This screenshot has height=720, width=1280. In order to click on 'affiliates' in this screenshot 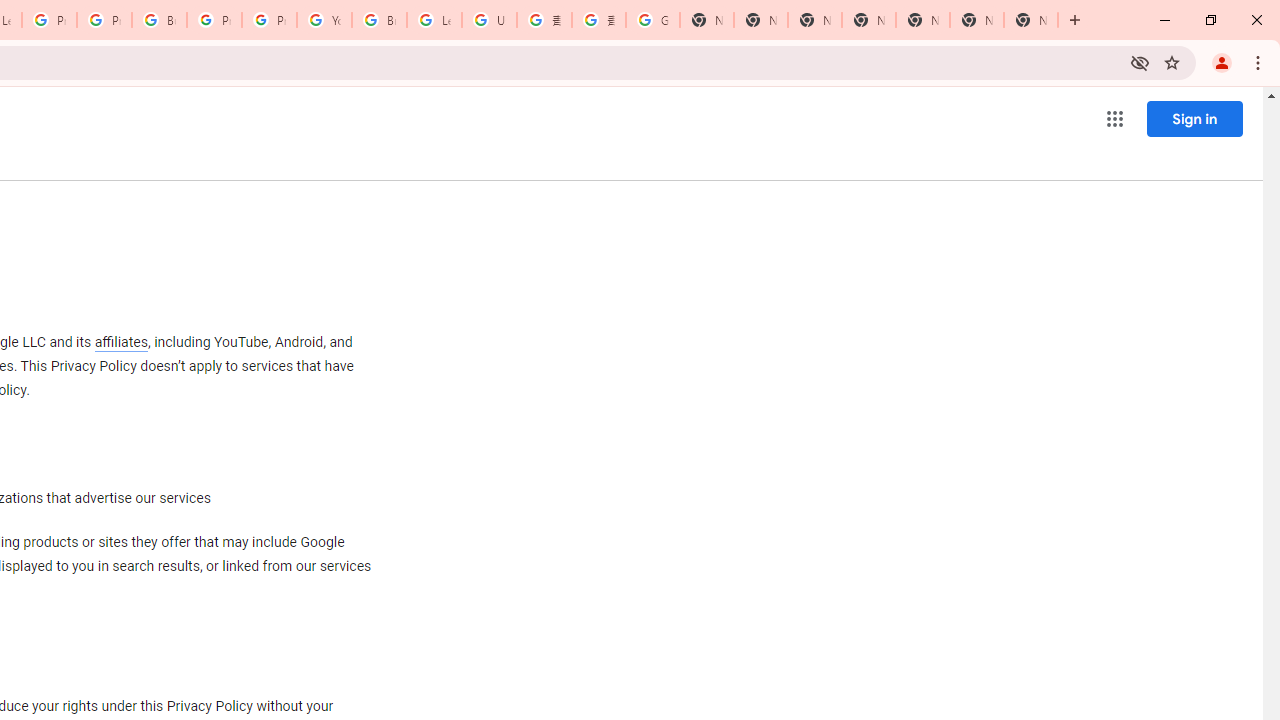, I will do `click(119, 341)`.